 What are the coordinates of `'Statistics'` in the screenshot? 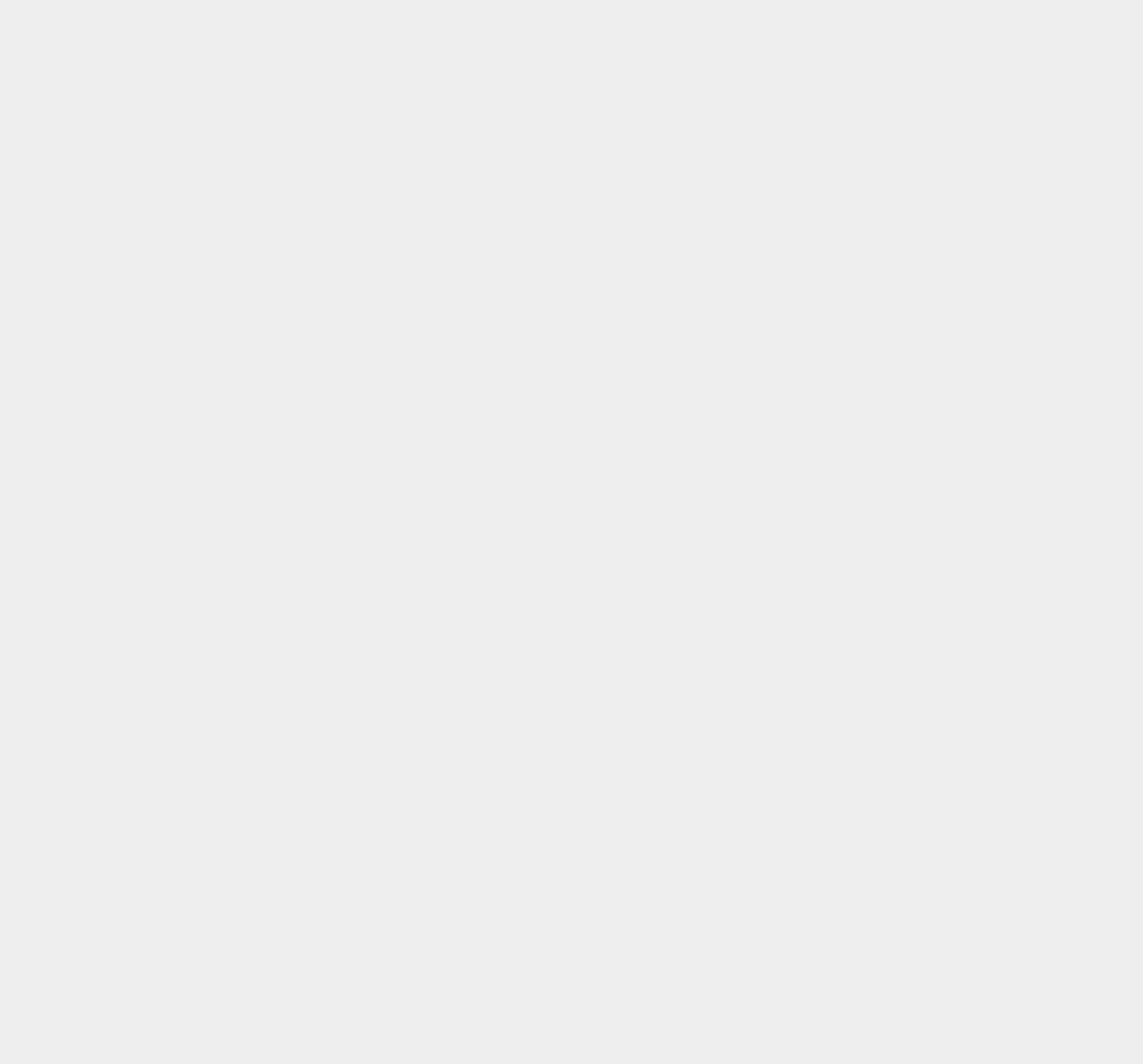 It's located at (836, 579).